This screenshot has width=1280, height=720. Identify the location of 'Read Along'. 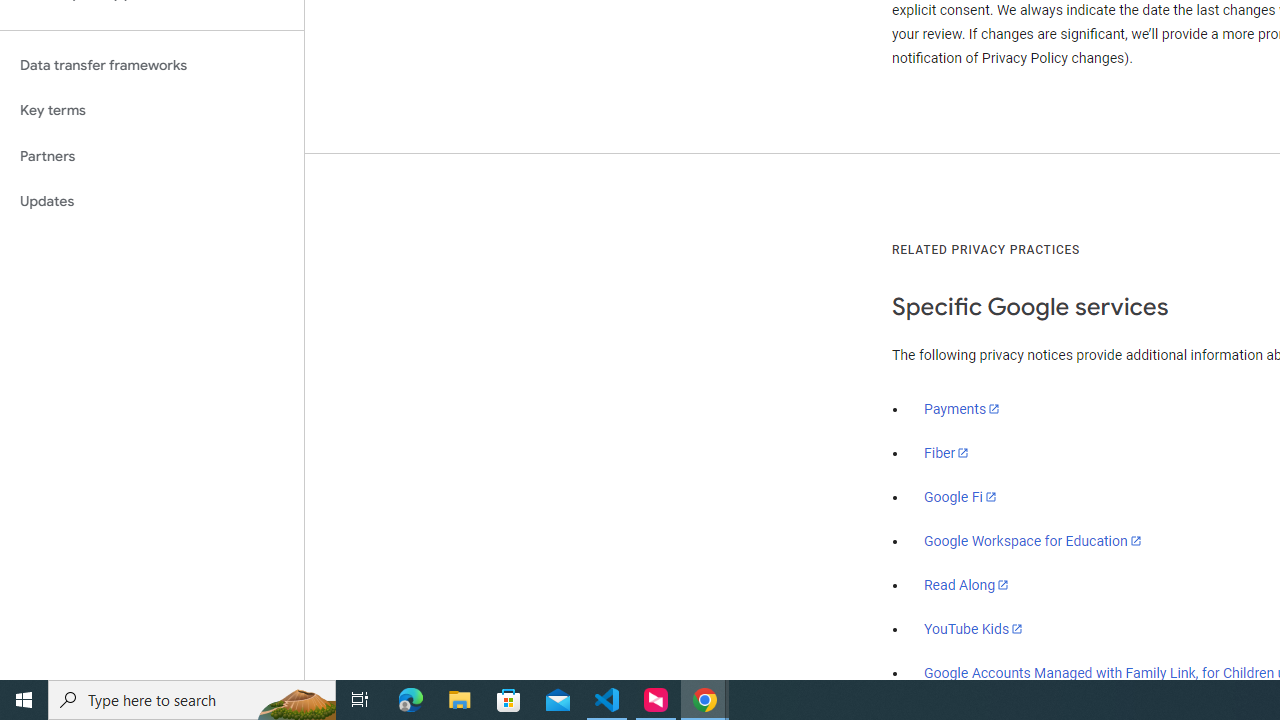
(967, 585).